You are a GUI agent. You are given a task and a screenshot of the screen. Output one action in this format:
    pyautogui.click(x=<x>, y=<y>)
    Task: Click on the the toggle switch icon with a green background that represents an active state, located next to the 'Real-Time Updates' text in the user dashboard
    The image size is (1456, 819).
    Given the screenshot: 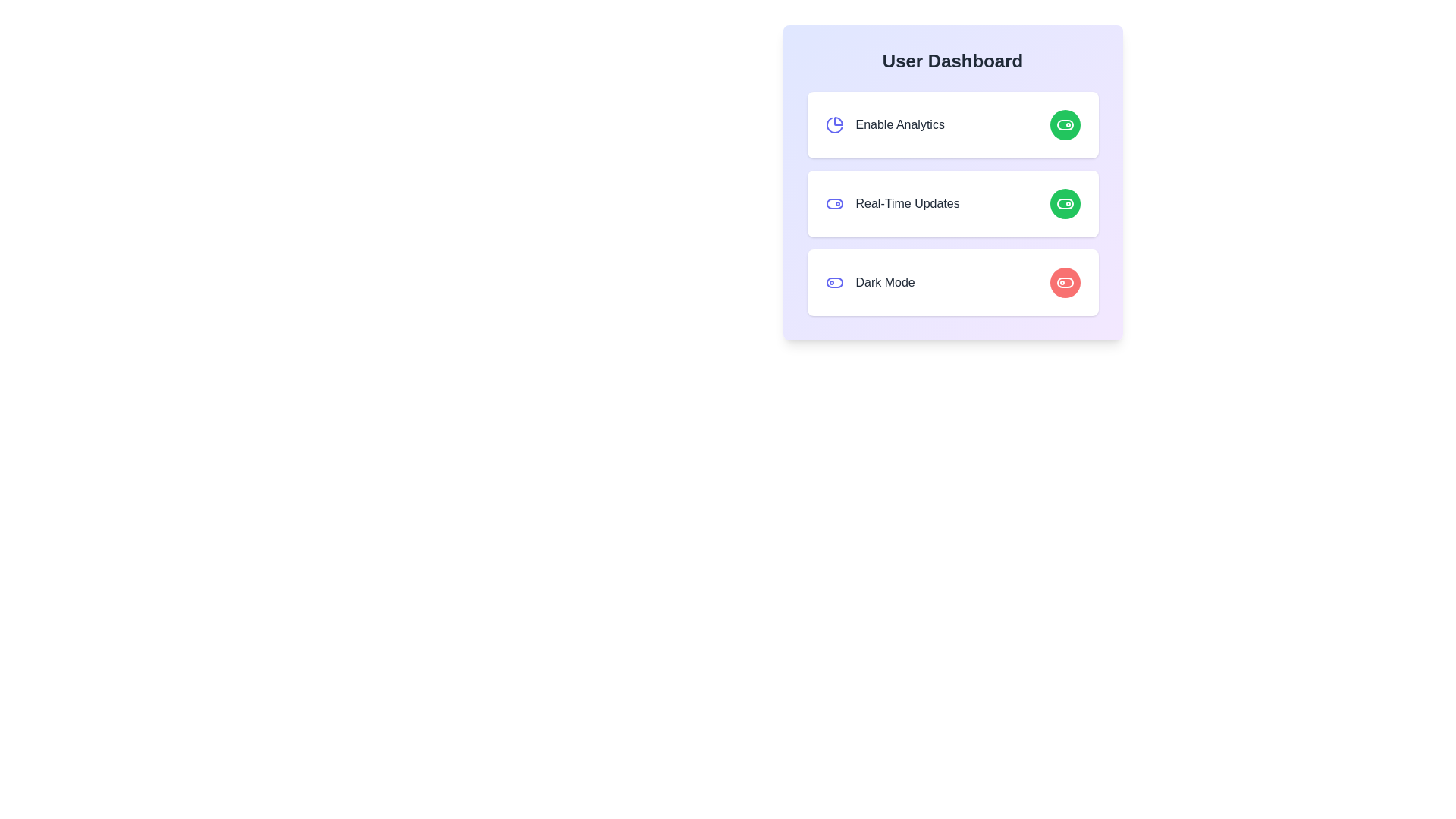 What is the action you would take?
    pyautogui.click(x=1064, y=203)
    